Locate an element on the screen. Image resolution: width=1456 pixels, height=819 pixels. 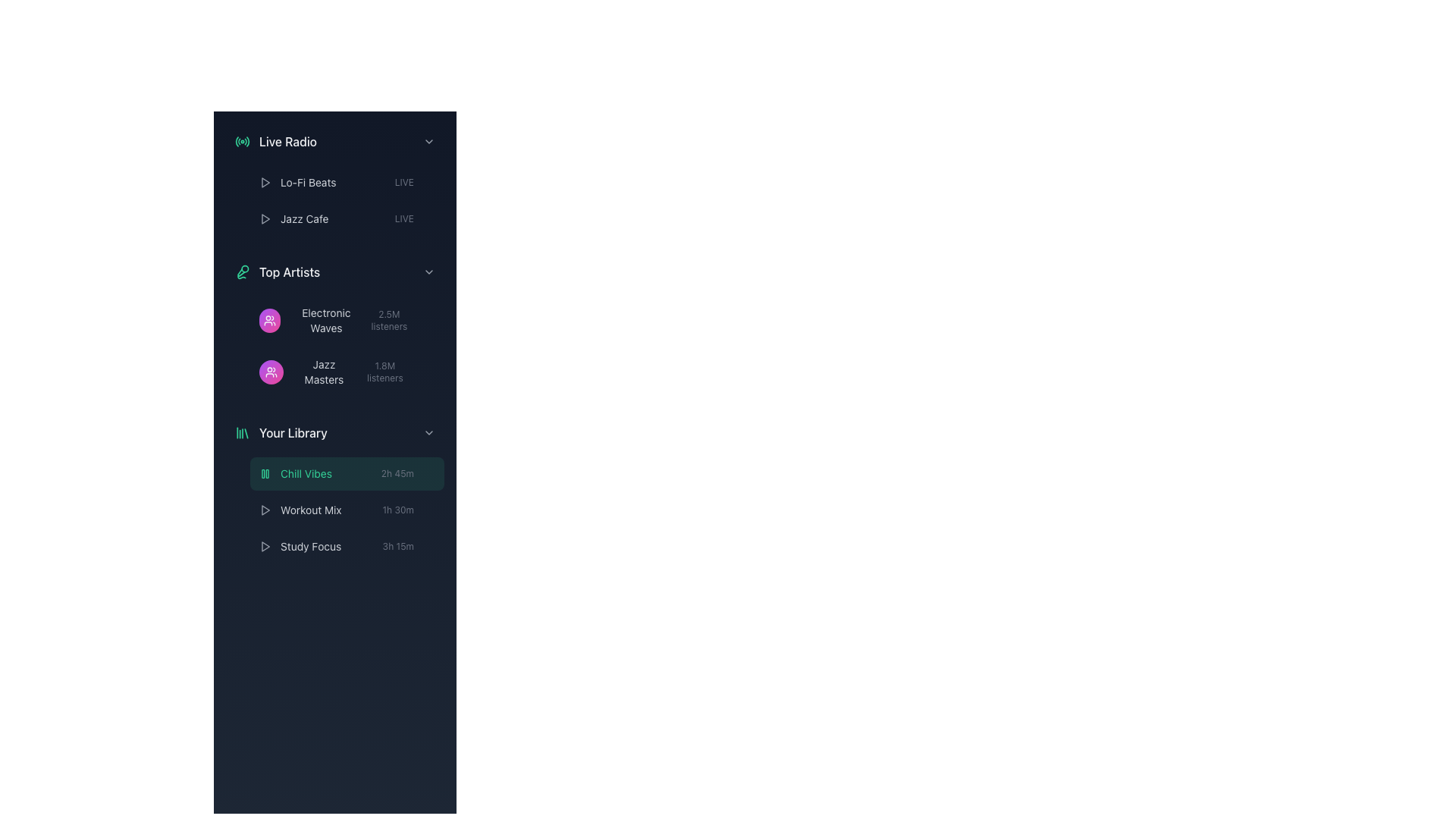
the 'Electronic Waves' icon, which is the first icon under the 'Top Artists' section, located to the left of the text 'Electronic Waves' is located at coordinates (269, 320).